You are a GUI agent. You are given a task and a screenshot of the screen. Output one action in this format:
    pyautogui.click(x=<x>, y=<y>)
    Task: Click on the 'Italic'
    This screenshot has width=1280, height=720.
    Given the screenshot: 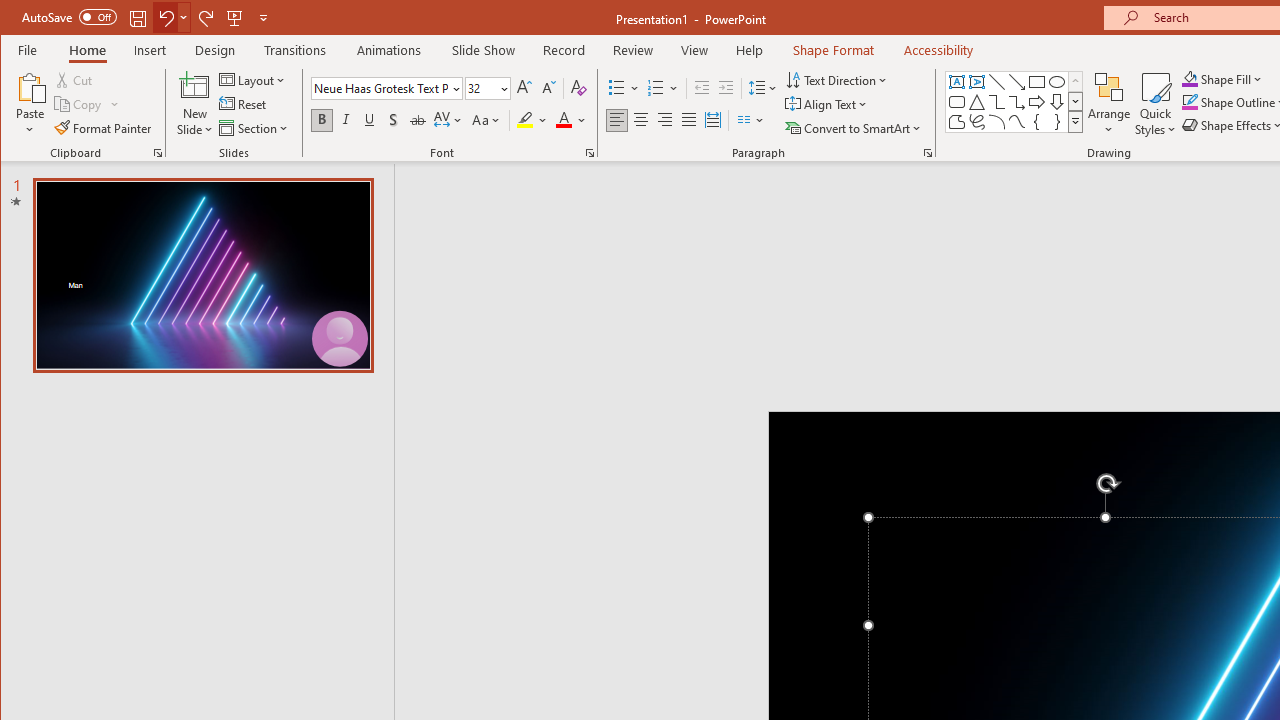 What is the action you would take?
    pyautogui.click(x=346, y=120)
    